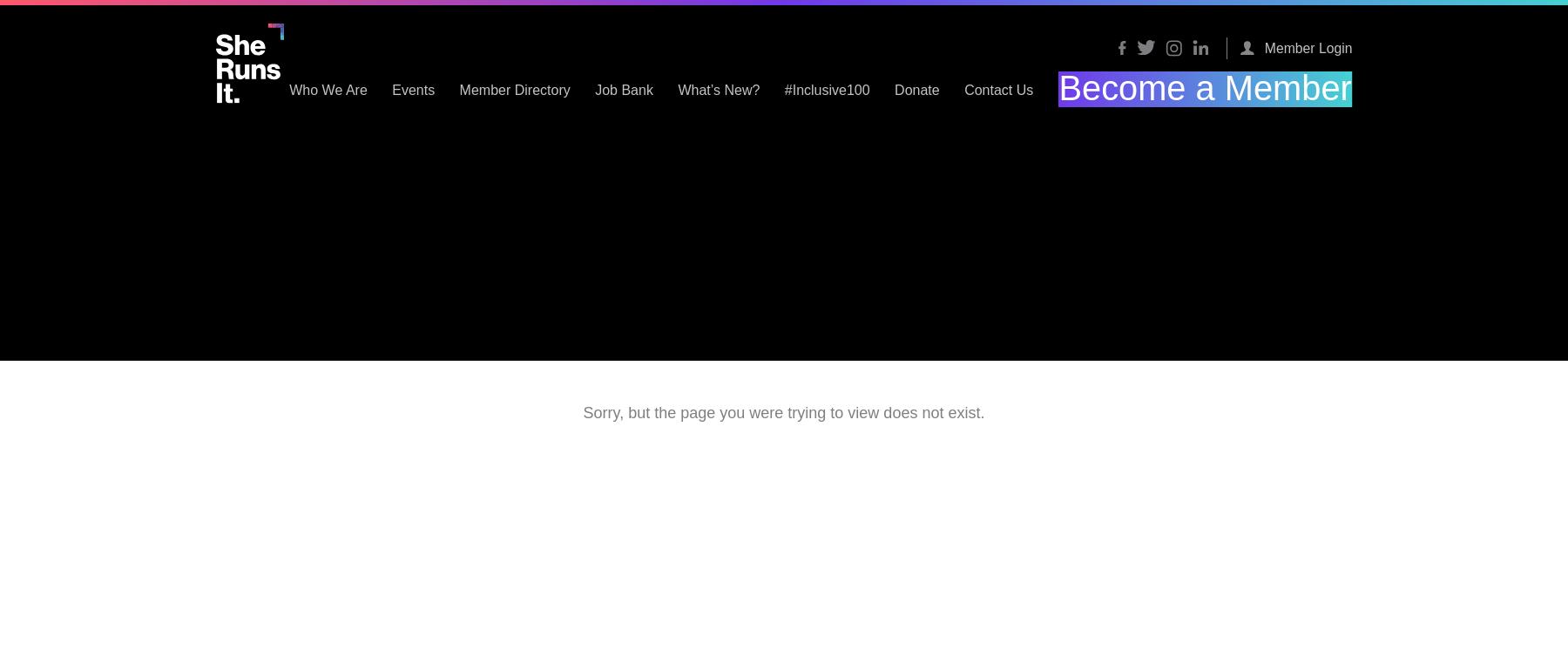 This screenshot has width=1568, height=650. Describe the element at coordinates (1308, 45) in the screenshot. I see `'Member Login'` at that location.